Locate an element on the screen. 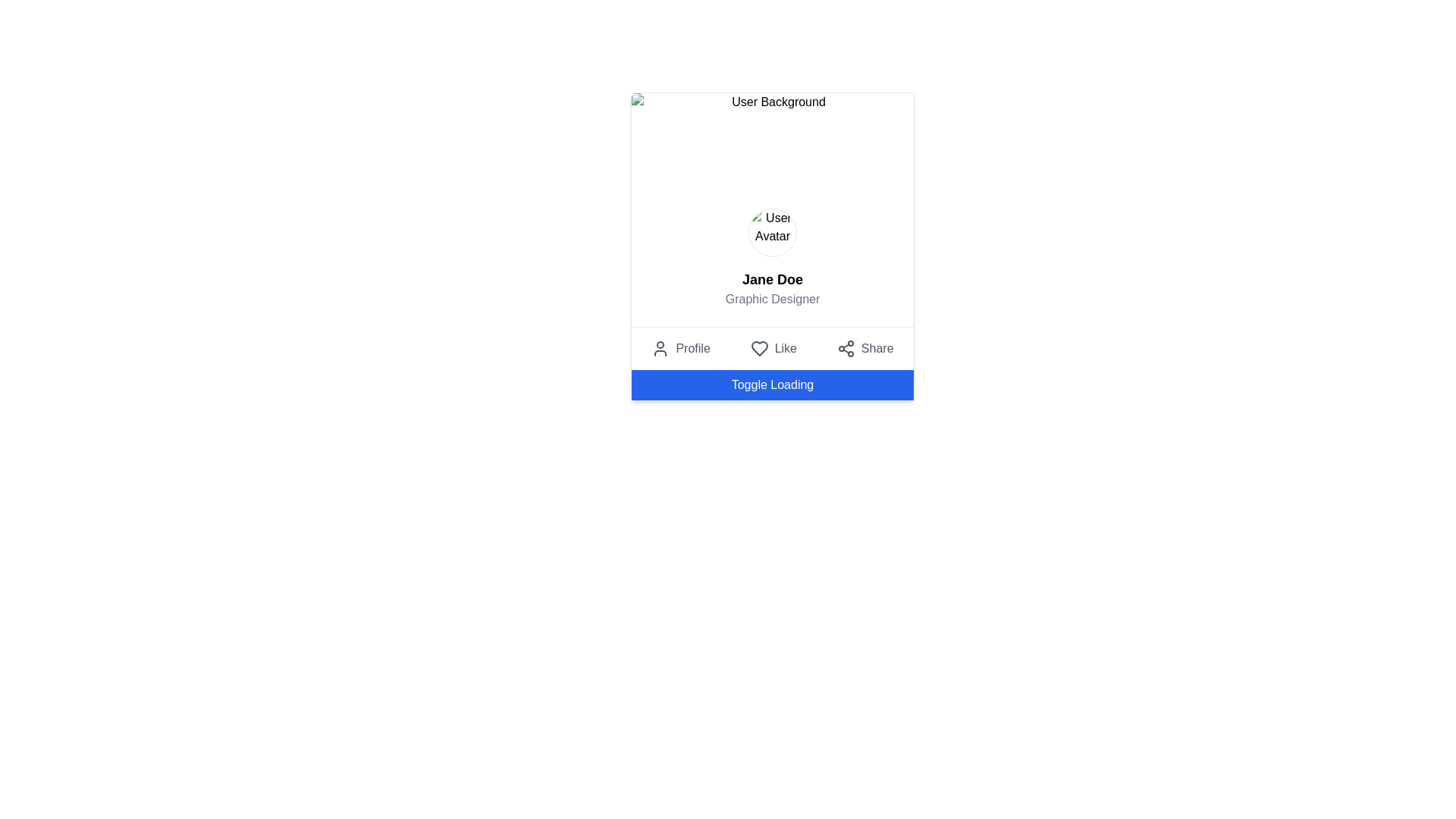 The height and width of the screenshot is (819, 1456). the 'Like' button is located at coordinates (773, 348).